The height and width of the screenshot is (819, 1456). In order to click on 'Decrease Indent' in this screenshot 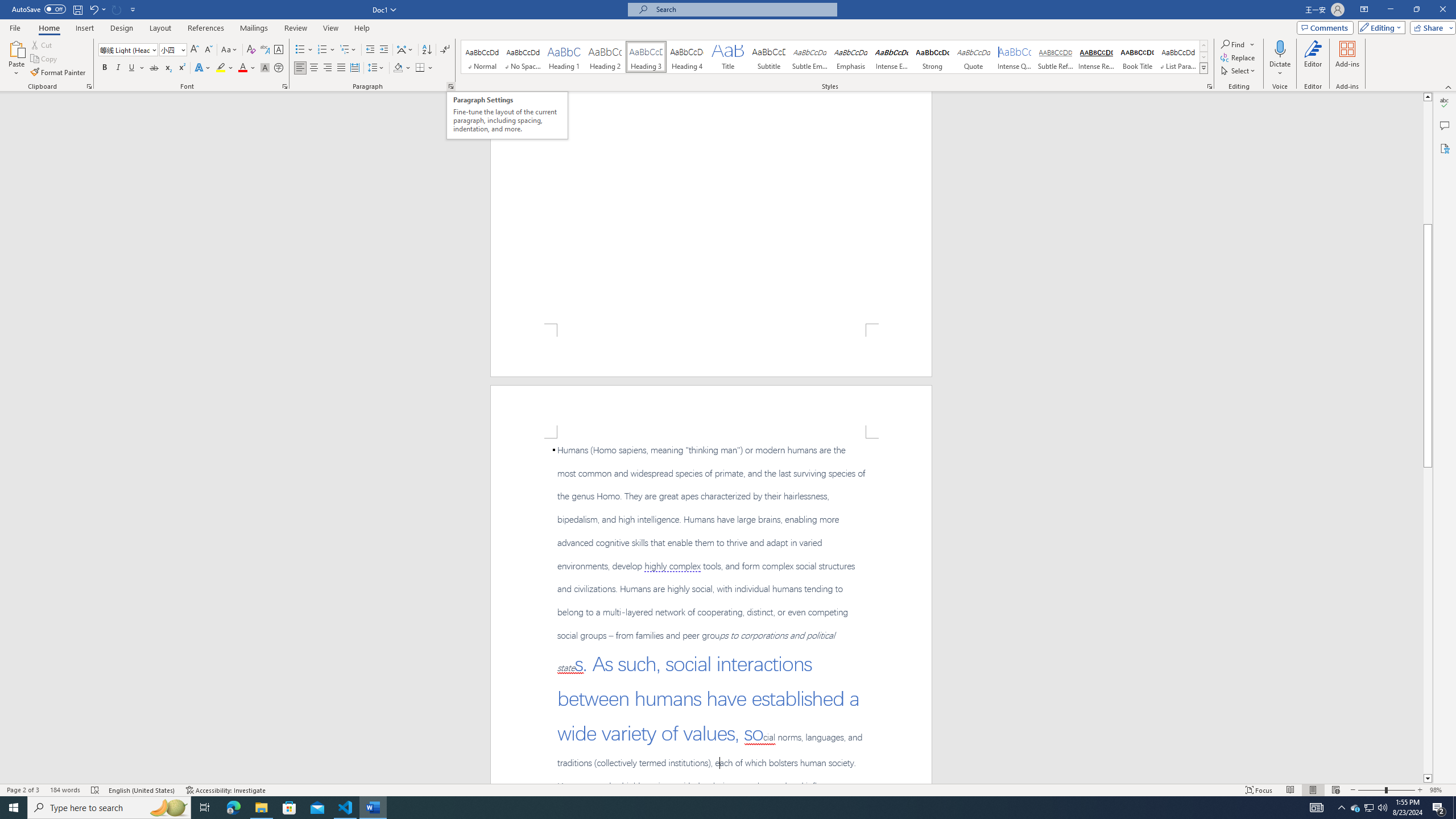, I will do `click(370, 49)`.